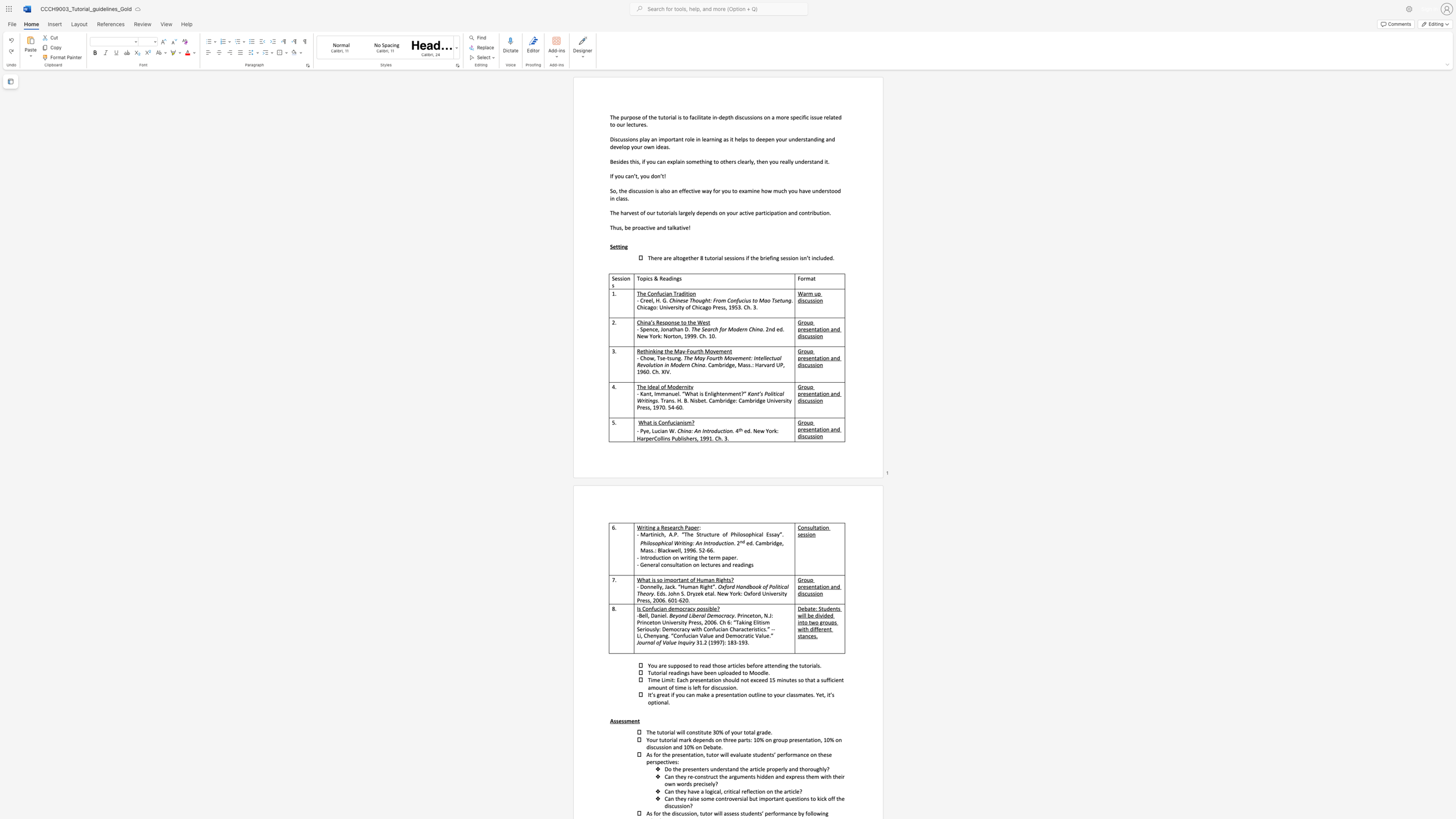 Image resolution: width=1456 pixels, height=819 pixels. Describe the element at coordinates (751, 138) in the screenshot. I see `the subset text "o deepen your un" within the text "Discussions play an important role in learning as it helps to deepen your understanding and develop your own ideas."` at that location.